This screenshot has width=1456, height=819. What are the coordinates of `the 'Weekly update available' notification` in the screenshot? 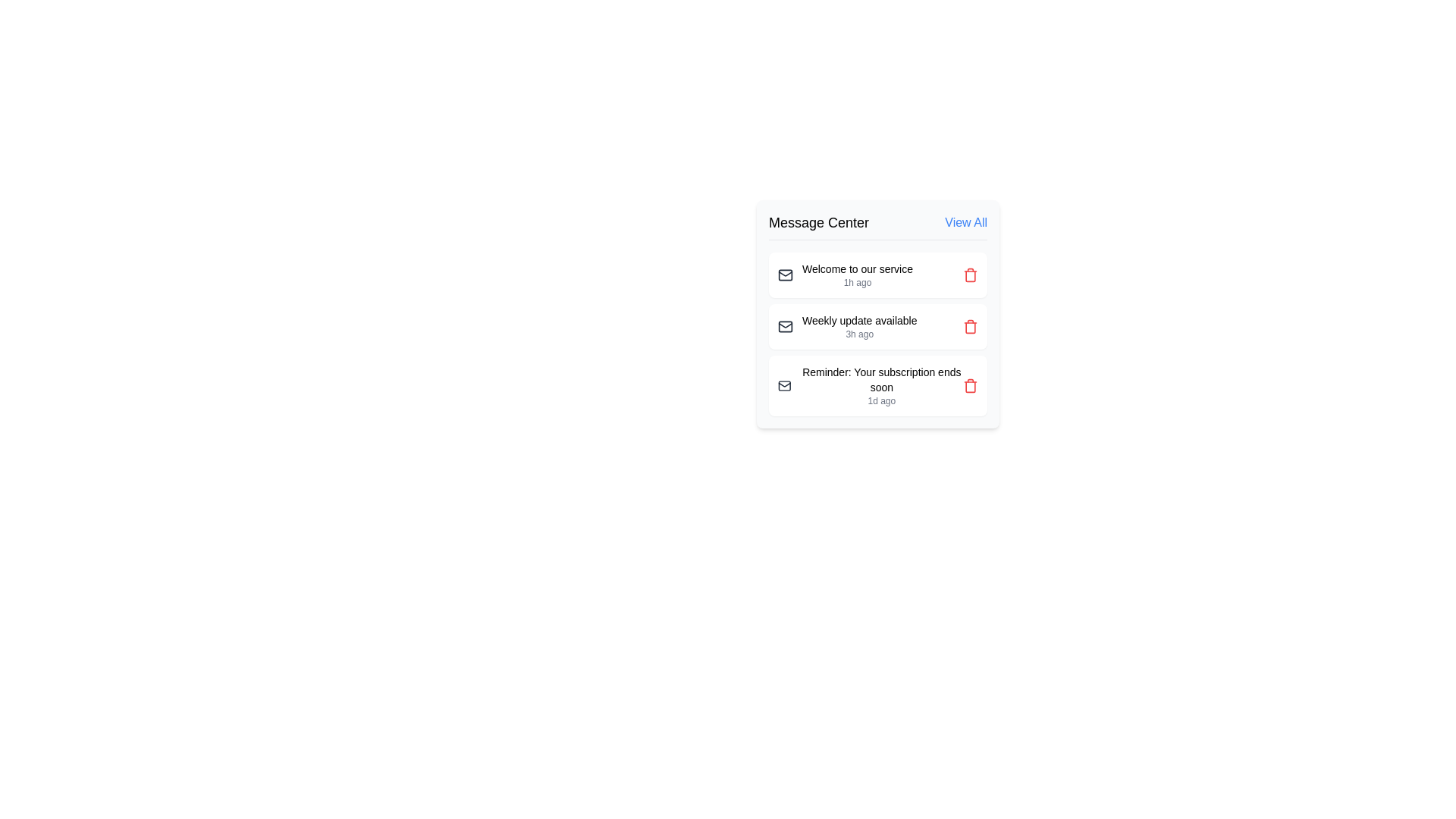 It's located at (859, 326).